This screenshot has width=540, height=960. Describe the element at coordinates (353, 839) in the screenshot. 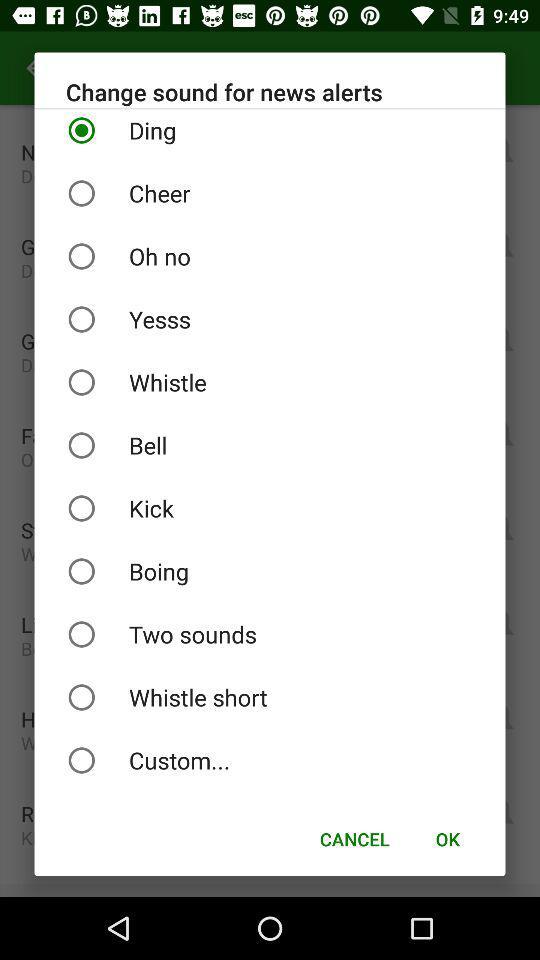

I see `the icon next to the ok` at that location.